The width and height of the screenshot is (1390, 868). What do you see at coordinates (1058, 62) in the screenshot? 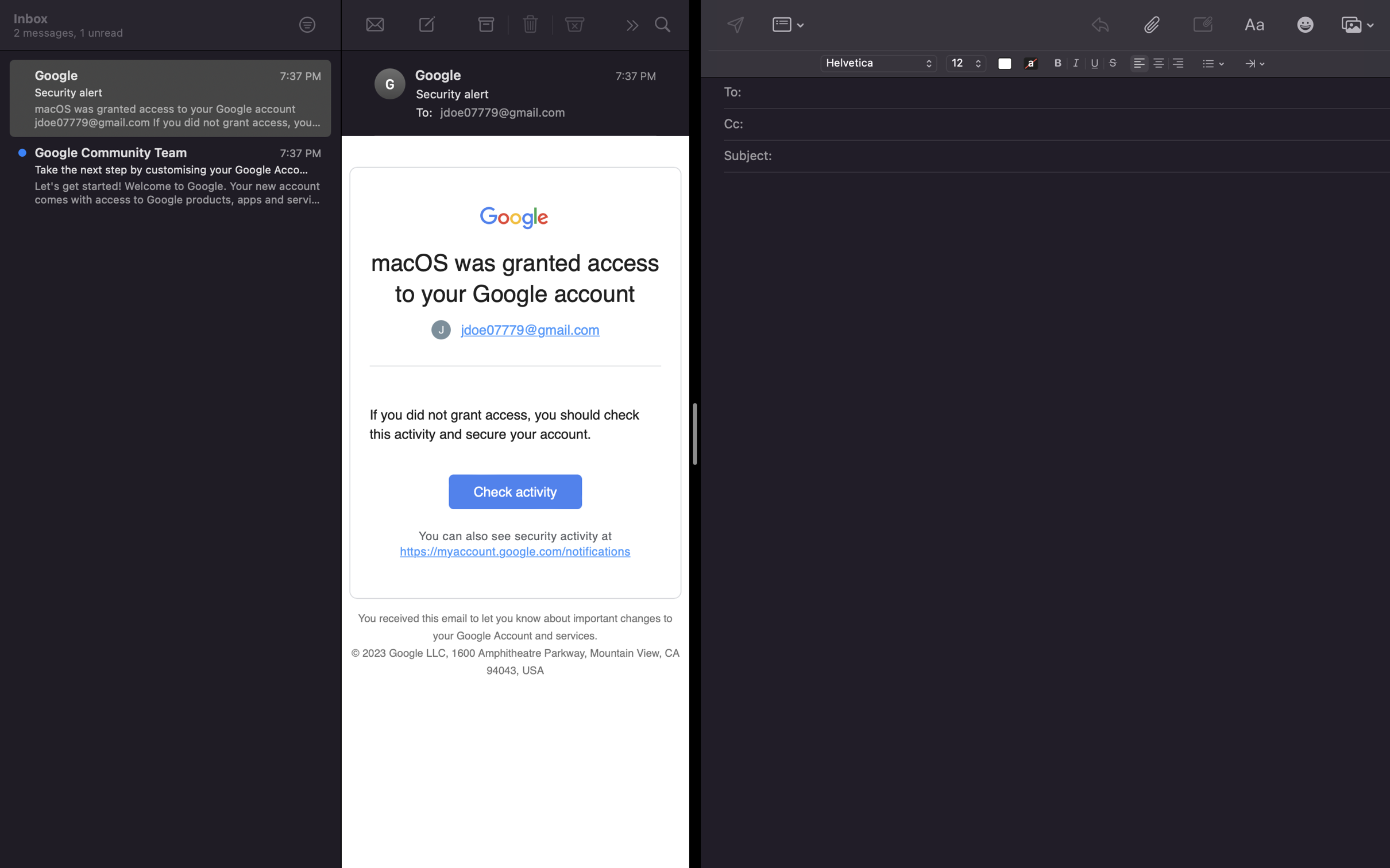
I see `font style to bold` at bounding box center [1058, 62].